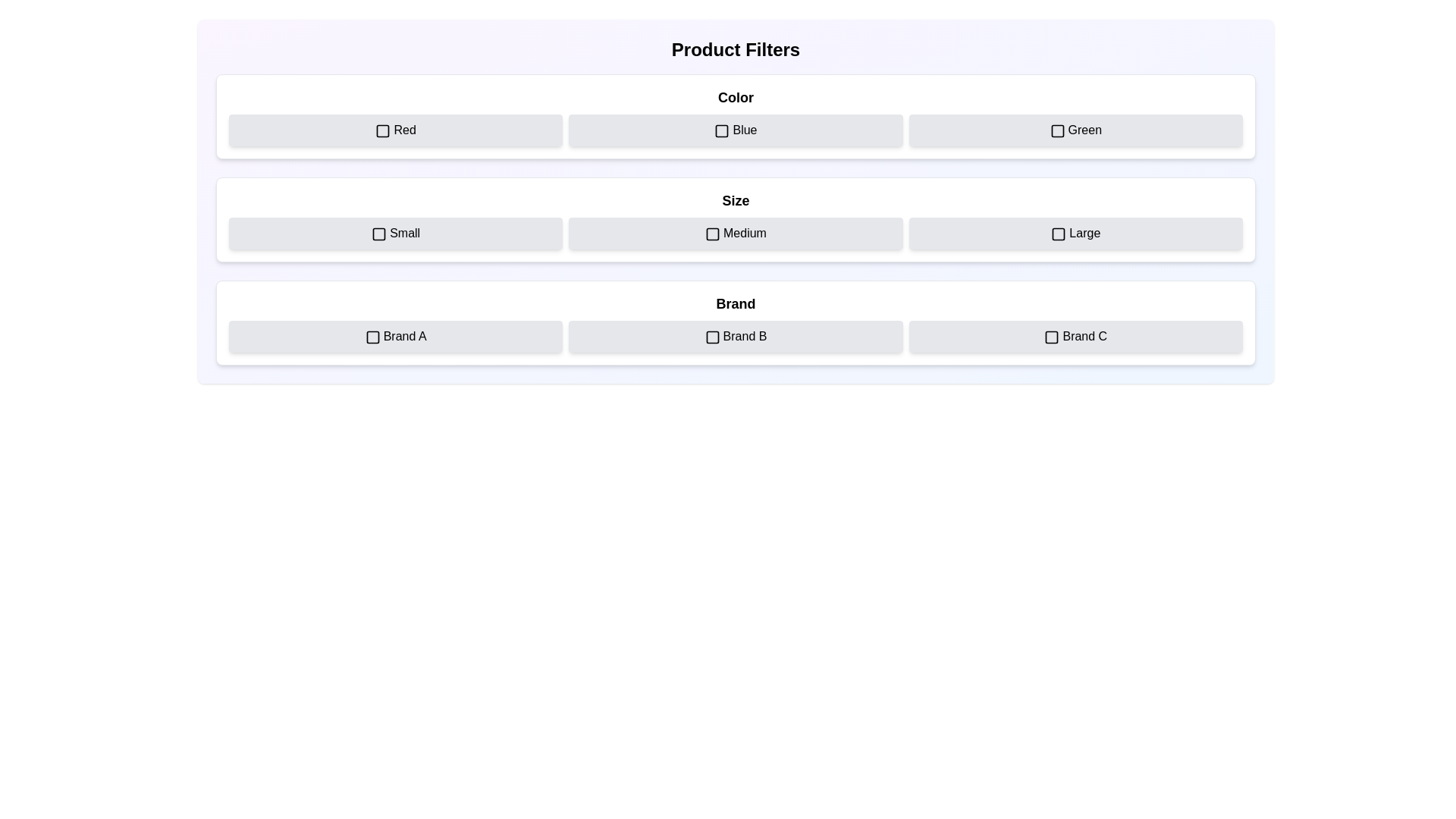 The width and height of the screenshot is (1456, 819). I want to click on the checkbox within the 'Blue' button, so click(721, 130).